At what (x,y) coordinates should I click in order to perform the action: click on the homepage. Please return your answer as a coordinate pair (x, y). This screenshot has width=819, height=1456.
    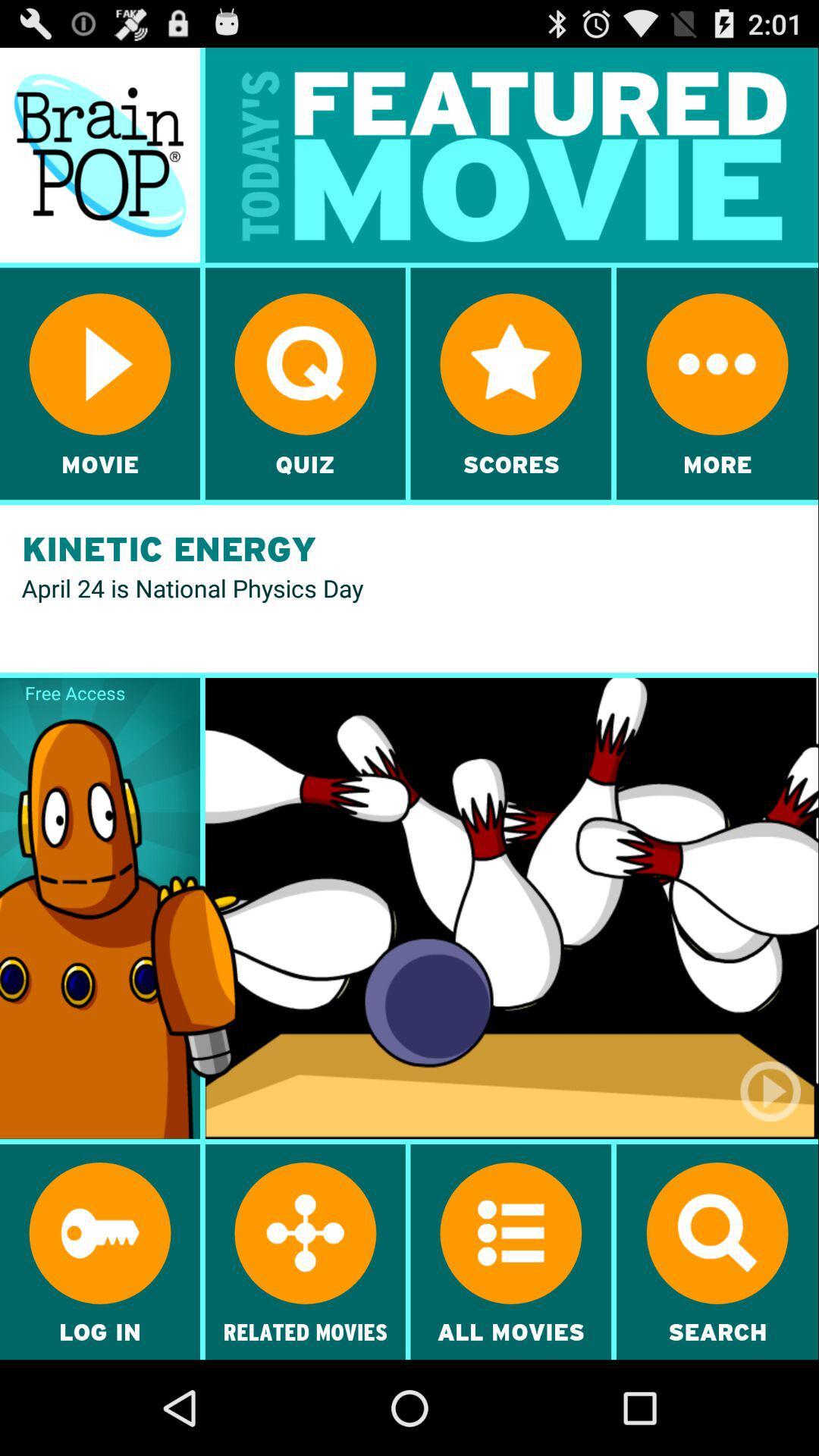
    Looking at the image, I should click on (99, 155).